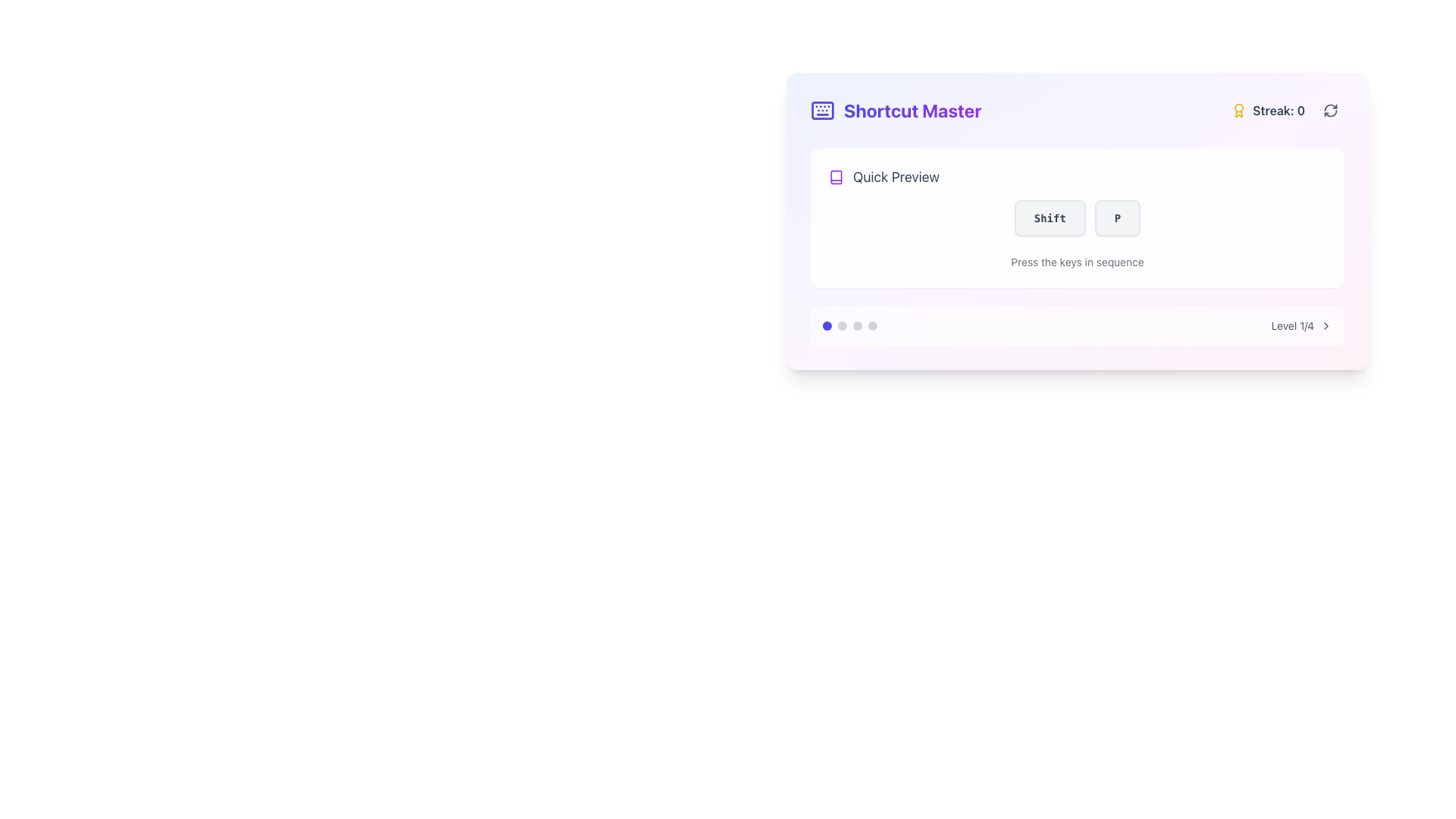 The width and height of the screenshot is (1456, 819). I want to click on the first circular indicator at the bottom of the panel that denotes the current active step, page, or status among multiple options, so click(826, 325).